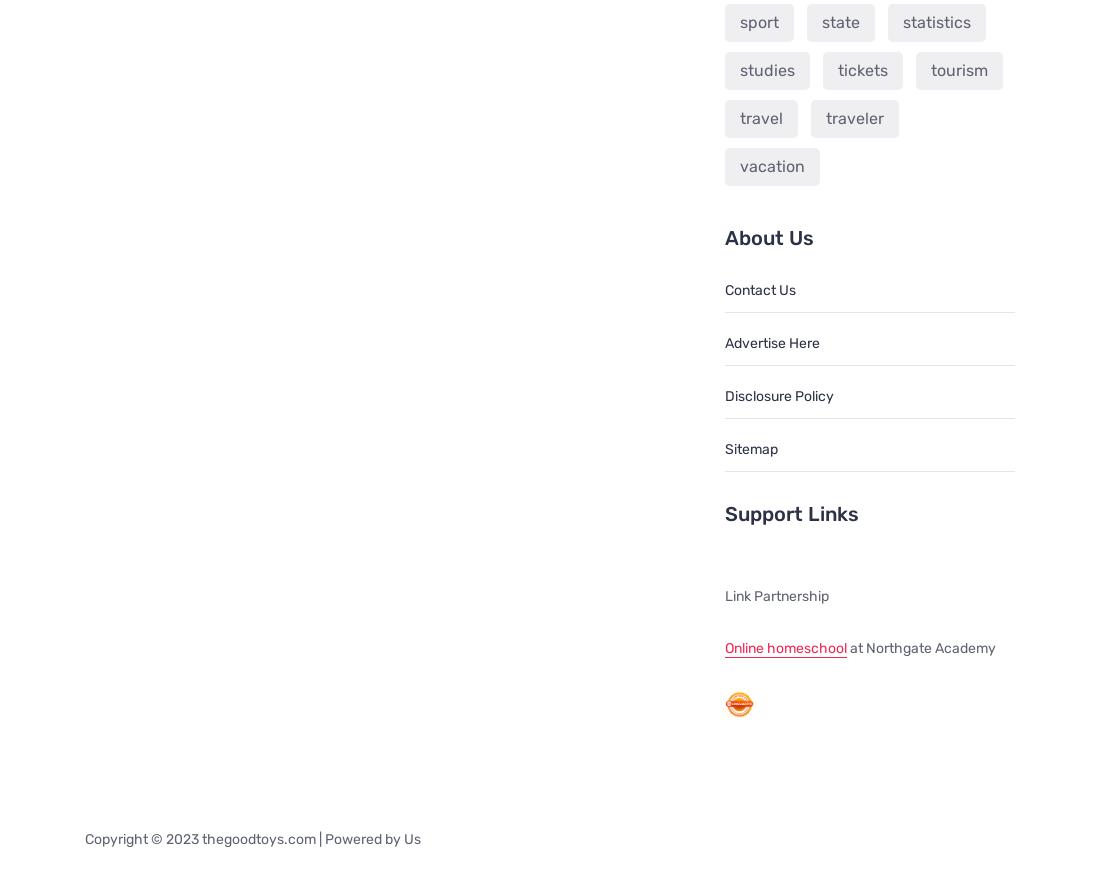 Image resolution: width=1100 pixels, height=879 pixels. What do you see at coordinates (825, 116) in the screenshot?
I see `'traveler'` at bounding box center [825, 116].